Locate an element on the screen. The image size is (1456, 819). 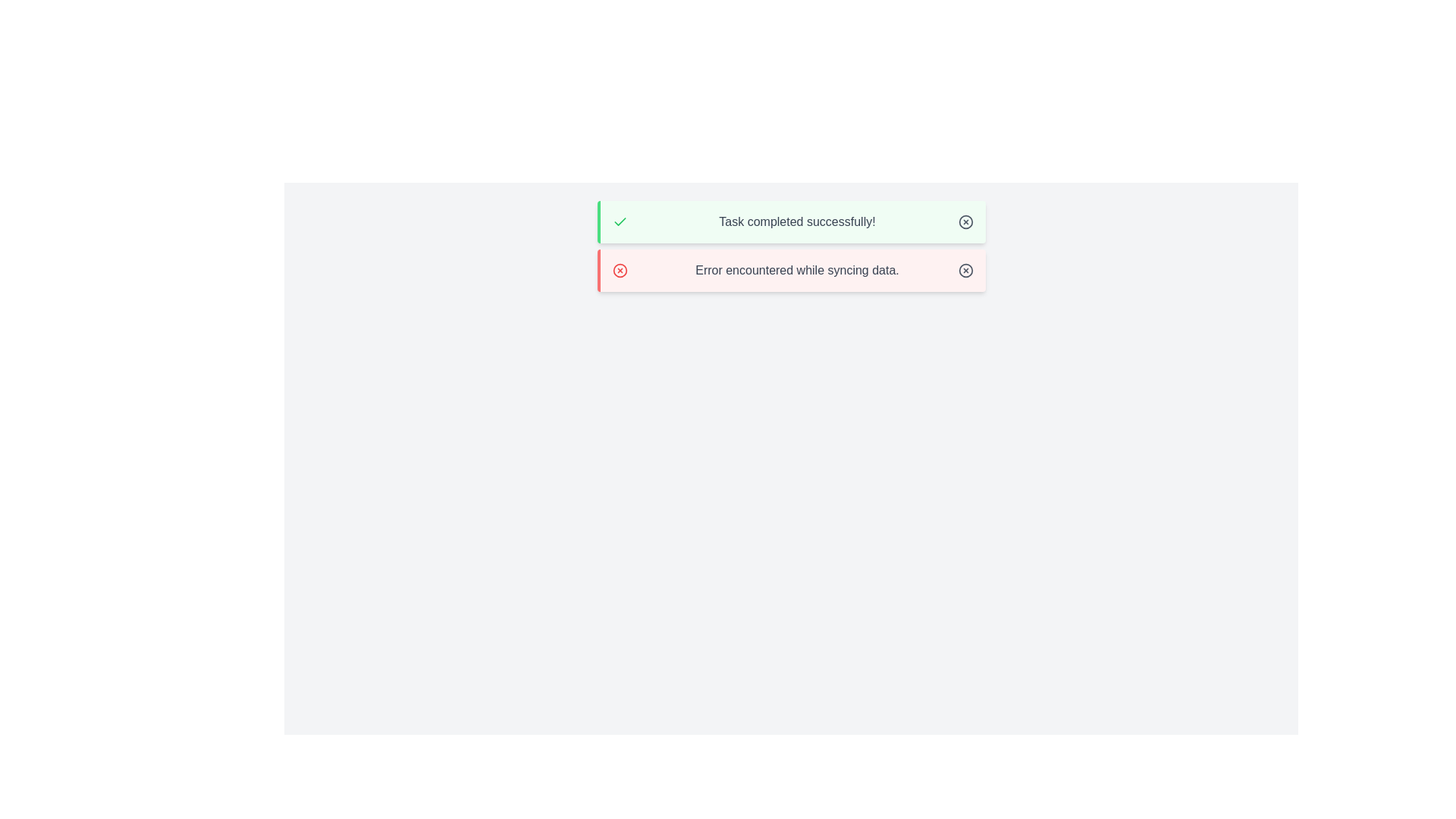
error message from the second notification alert, which has a light red background and a bold red left border, displaying the message 'Error encountered while syncing data.' is located at coordinates (790, 270).